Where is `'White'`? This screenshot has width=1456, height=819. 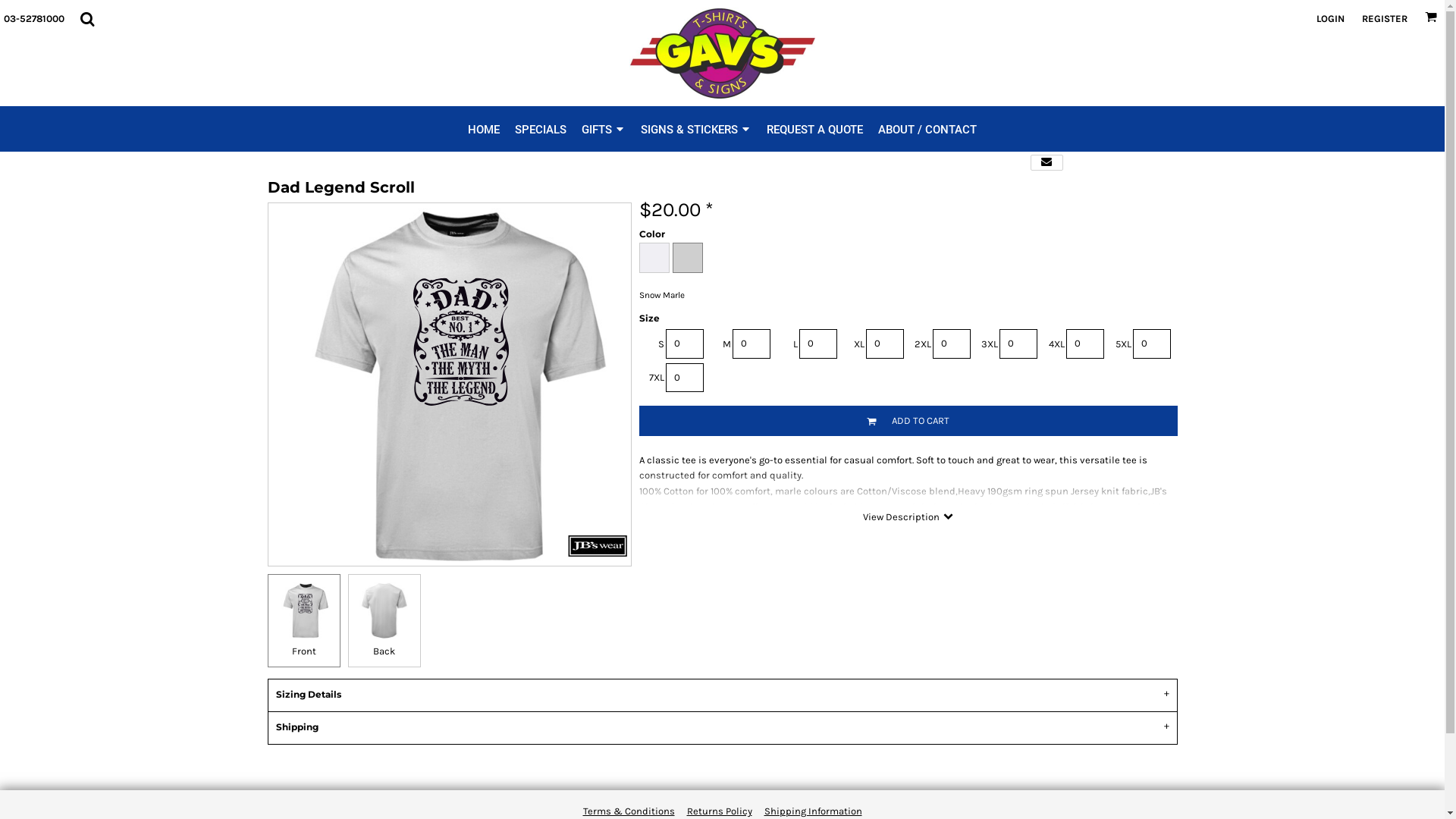
'White' is located at coordinates (654, 256).